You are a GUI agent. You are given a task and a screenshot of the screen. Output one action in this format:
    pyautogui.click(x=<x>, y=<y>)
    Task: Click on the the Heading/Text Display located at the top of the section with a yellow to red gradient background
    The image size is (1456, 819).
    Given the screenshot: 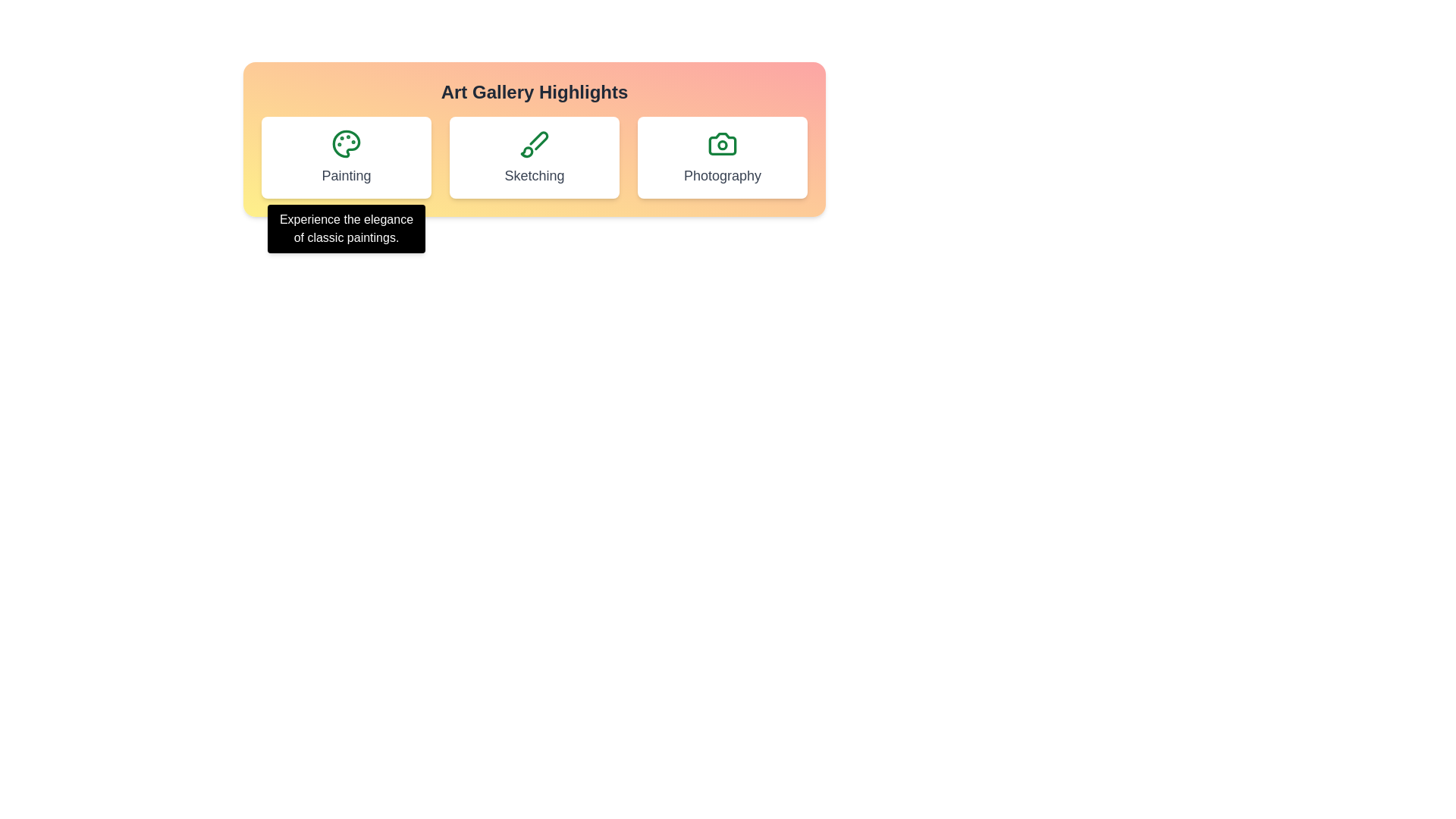 What is the action you would take?
    pyautogui.click(x=535, y=93)
    